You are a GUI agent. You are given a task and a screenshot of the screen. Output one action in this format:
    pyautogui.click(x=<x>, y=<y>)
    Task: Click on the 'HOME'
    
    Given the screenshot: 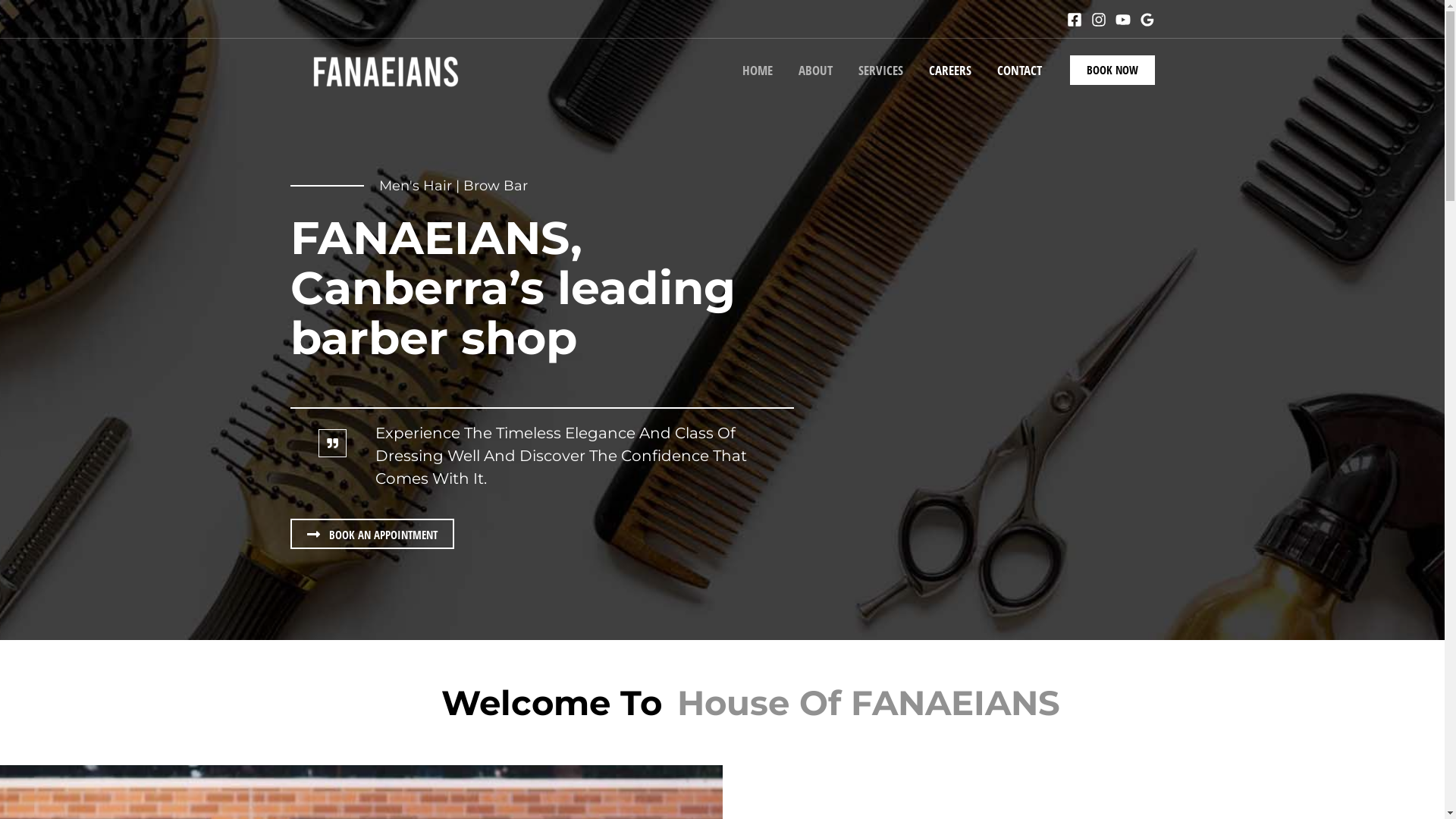 What is the action you would take?
    pyautogui.click(x=757, y=70)
    